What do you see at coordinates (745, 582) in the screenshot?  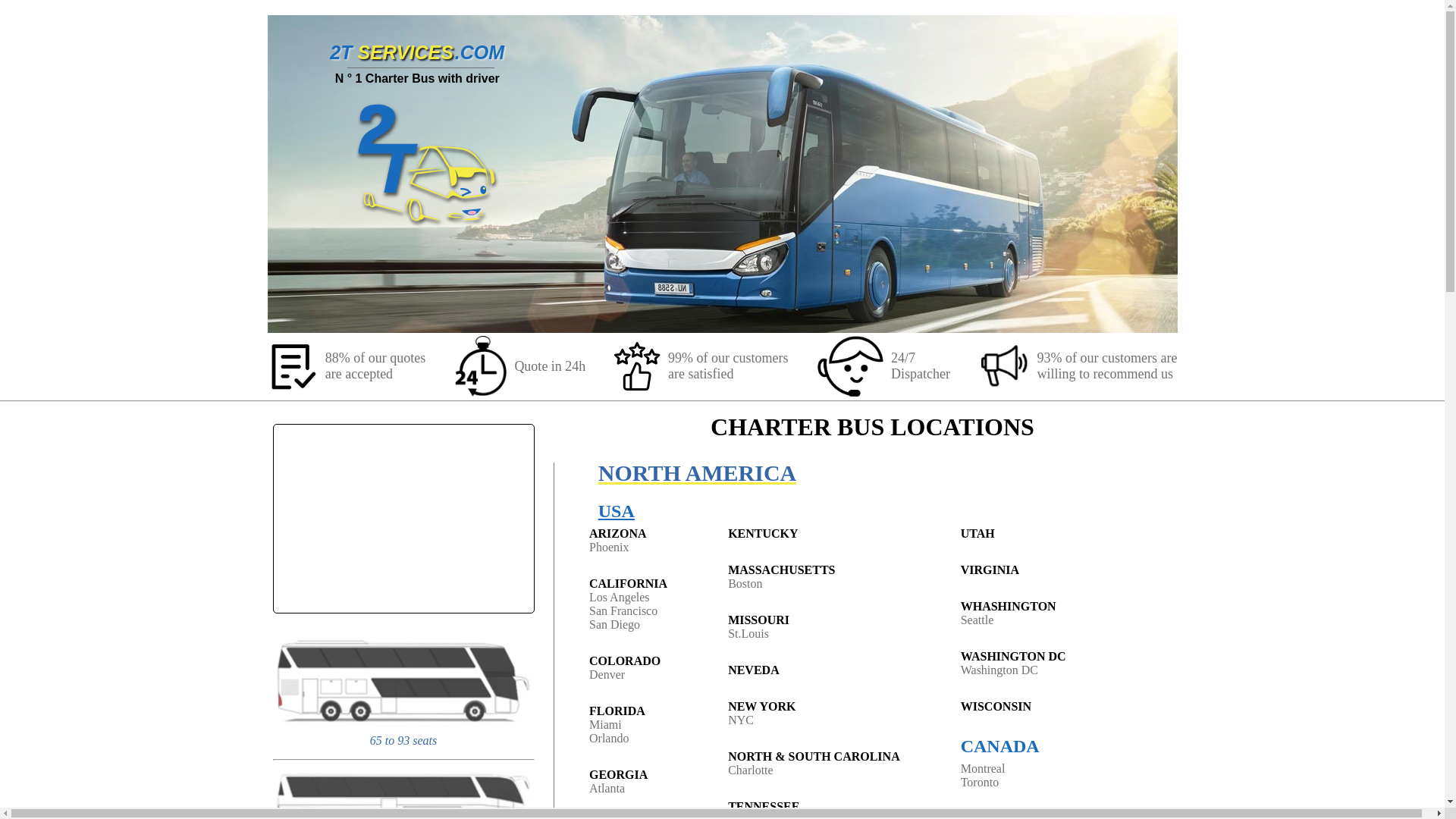 I see `'Boston'` at bounding box center [745, 582].